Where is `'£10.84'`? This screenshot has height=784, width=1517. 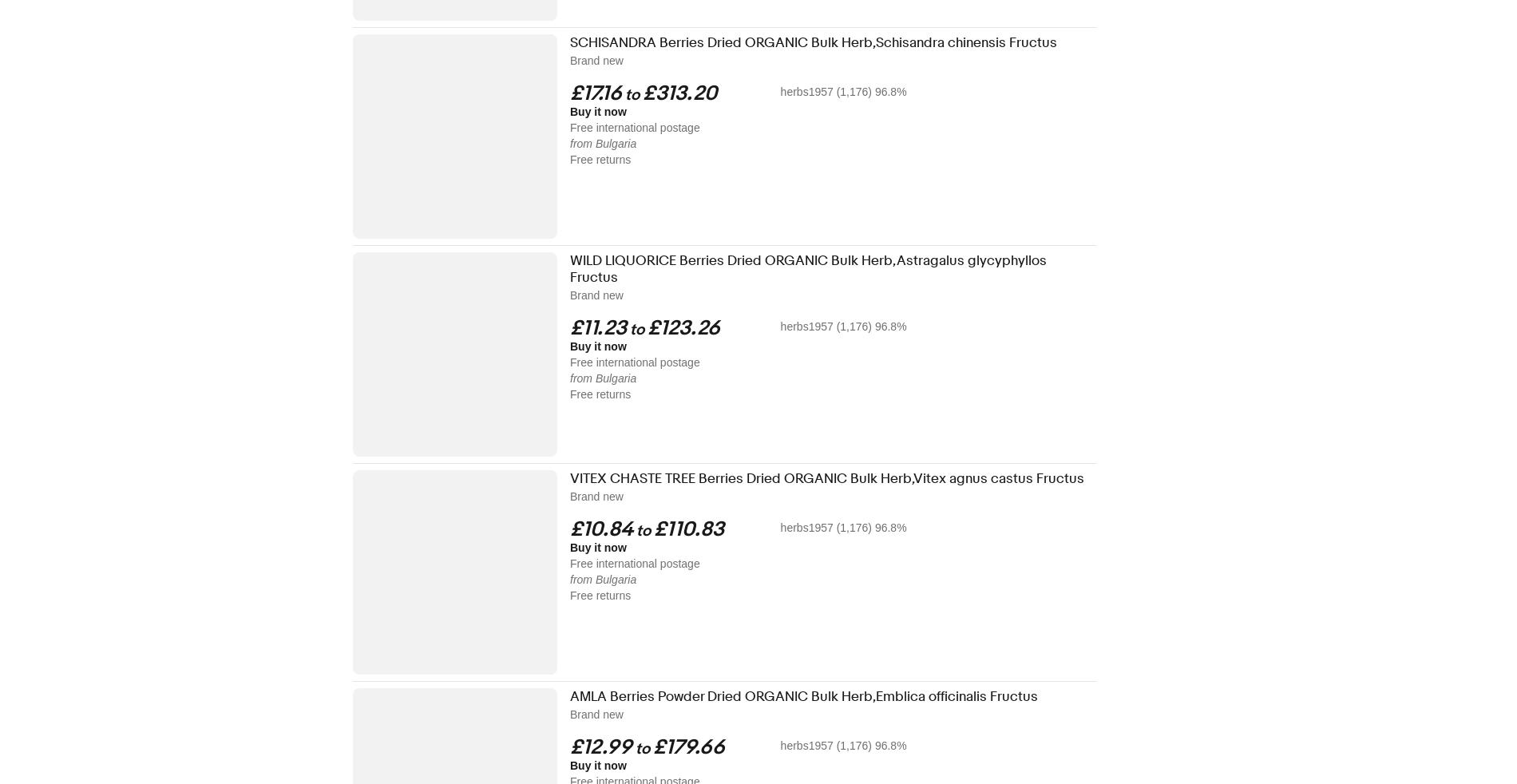 '£10.84' is located at coordinates (600, 529).